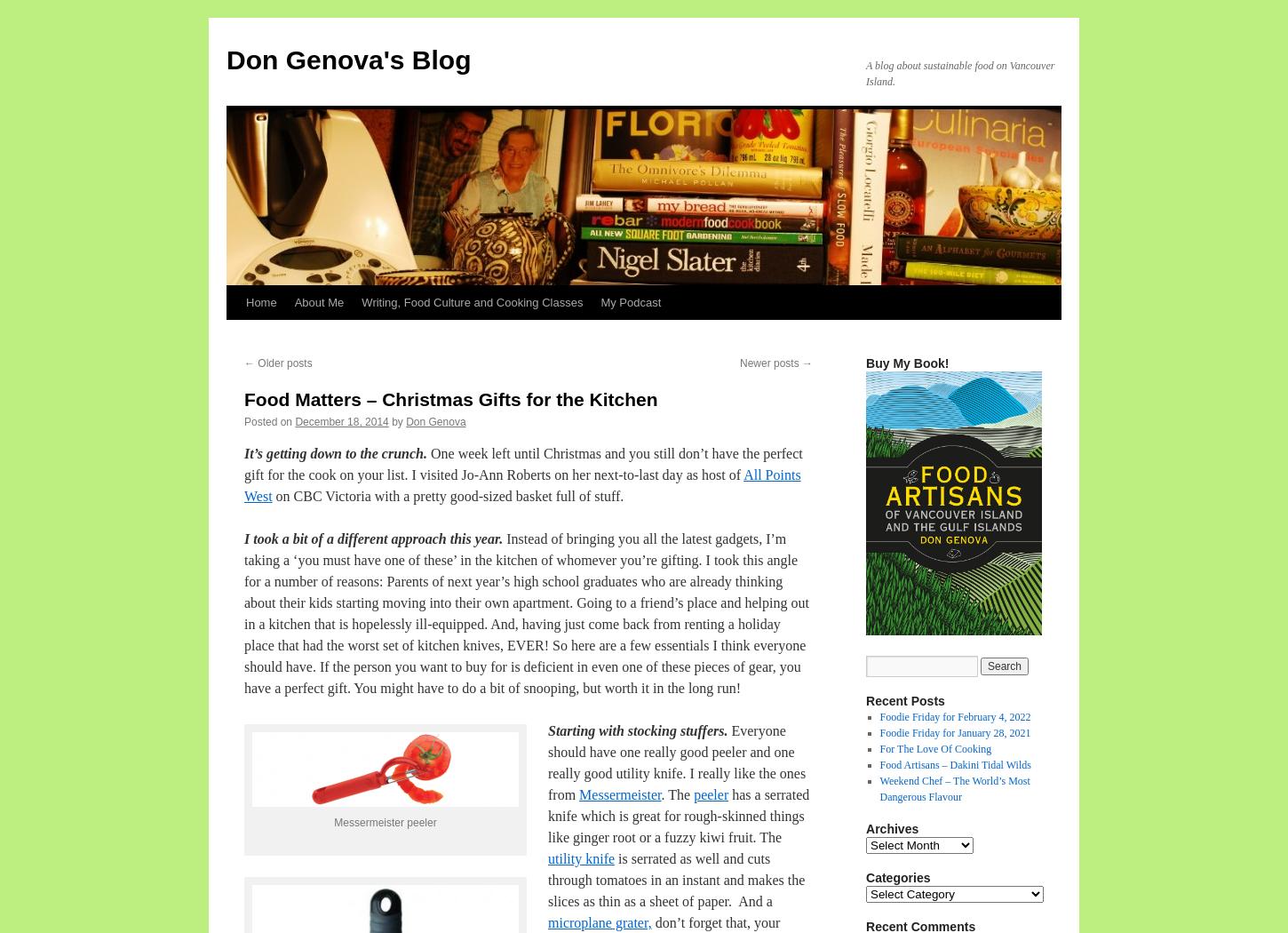  What do you see at coordinates (676, 880) in the screenshot?
I see `'is serrated as well and cuts through tomatoes in an instant and makes the slices as thin as a sheet of paper.  And a'` at bounding box center [676, 880].